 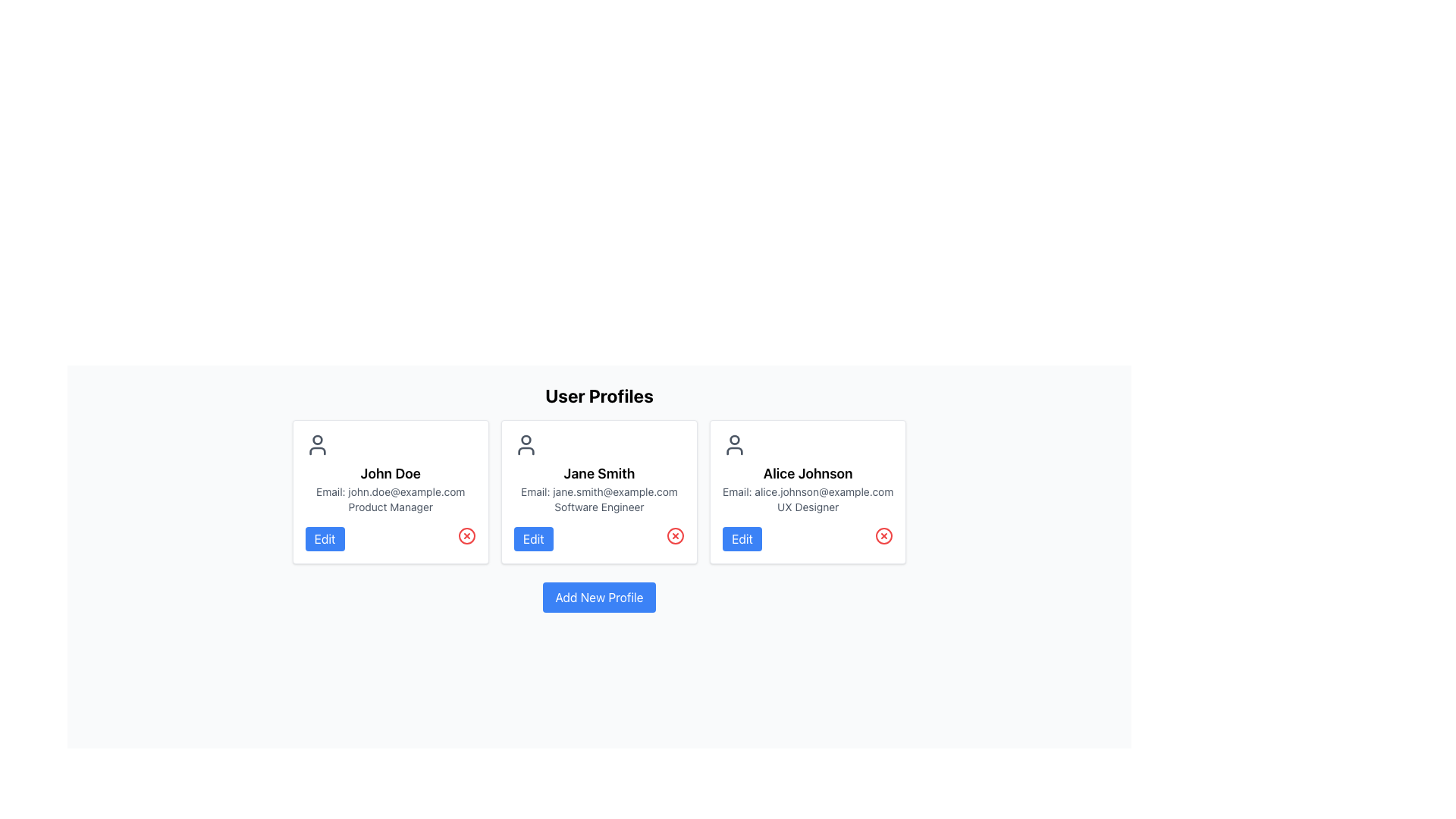 What do you see at coordinates (735, 450) in the screenshot?
I see `the lower part of the user profile icon for 'Alice Johnson' located in the top-left corner of the profile card` at bounding box center [735, 450].